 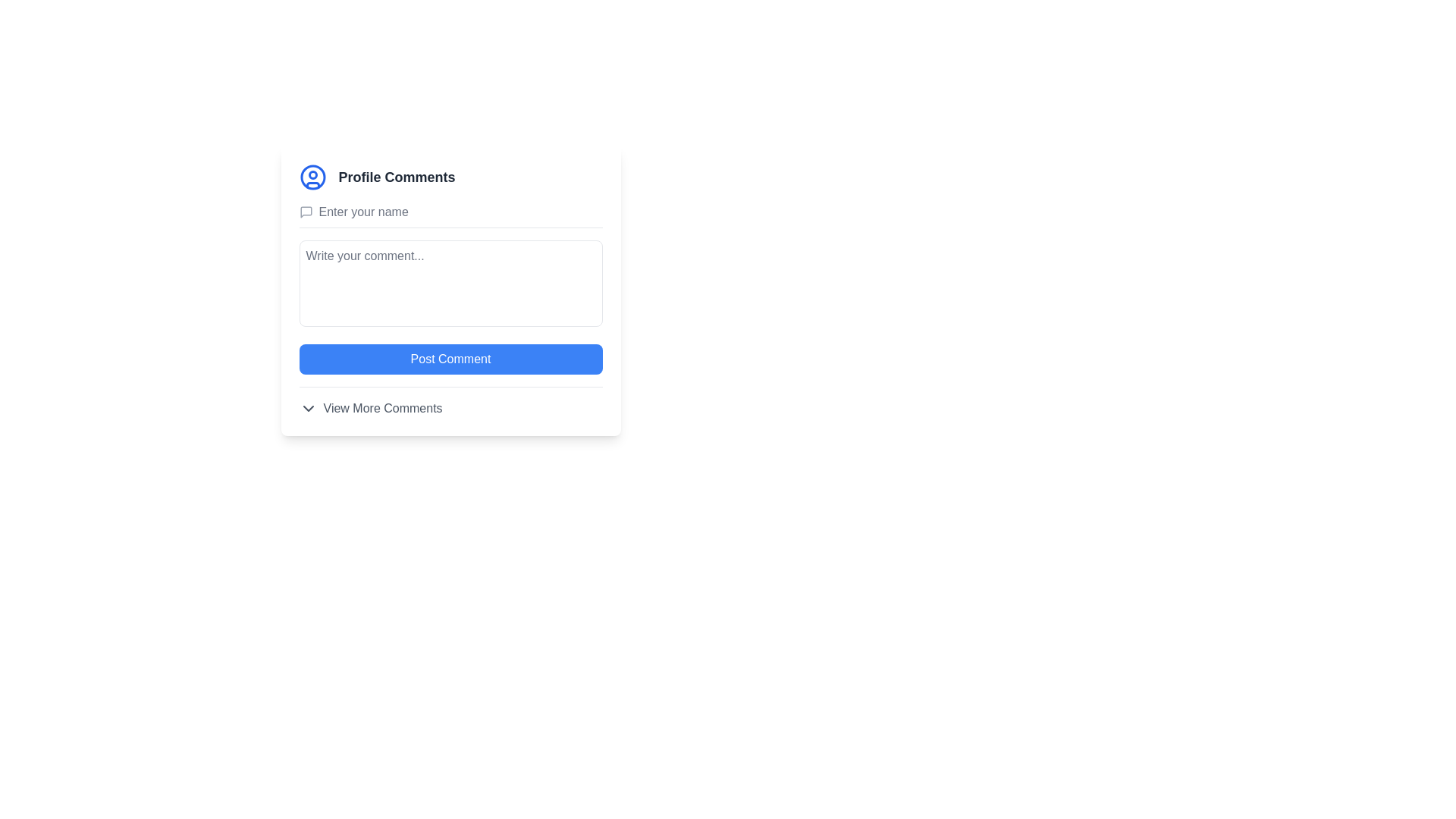 I want to click on the circular SVG shape representing the user's profile picture located in the top-left portion of the card header beside the 'Profile Comments' label, so click(x=312, y=177).